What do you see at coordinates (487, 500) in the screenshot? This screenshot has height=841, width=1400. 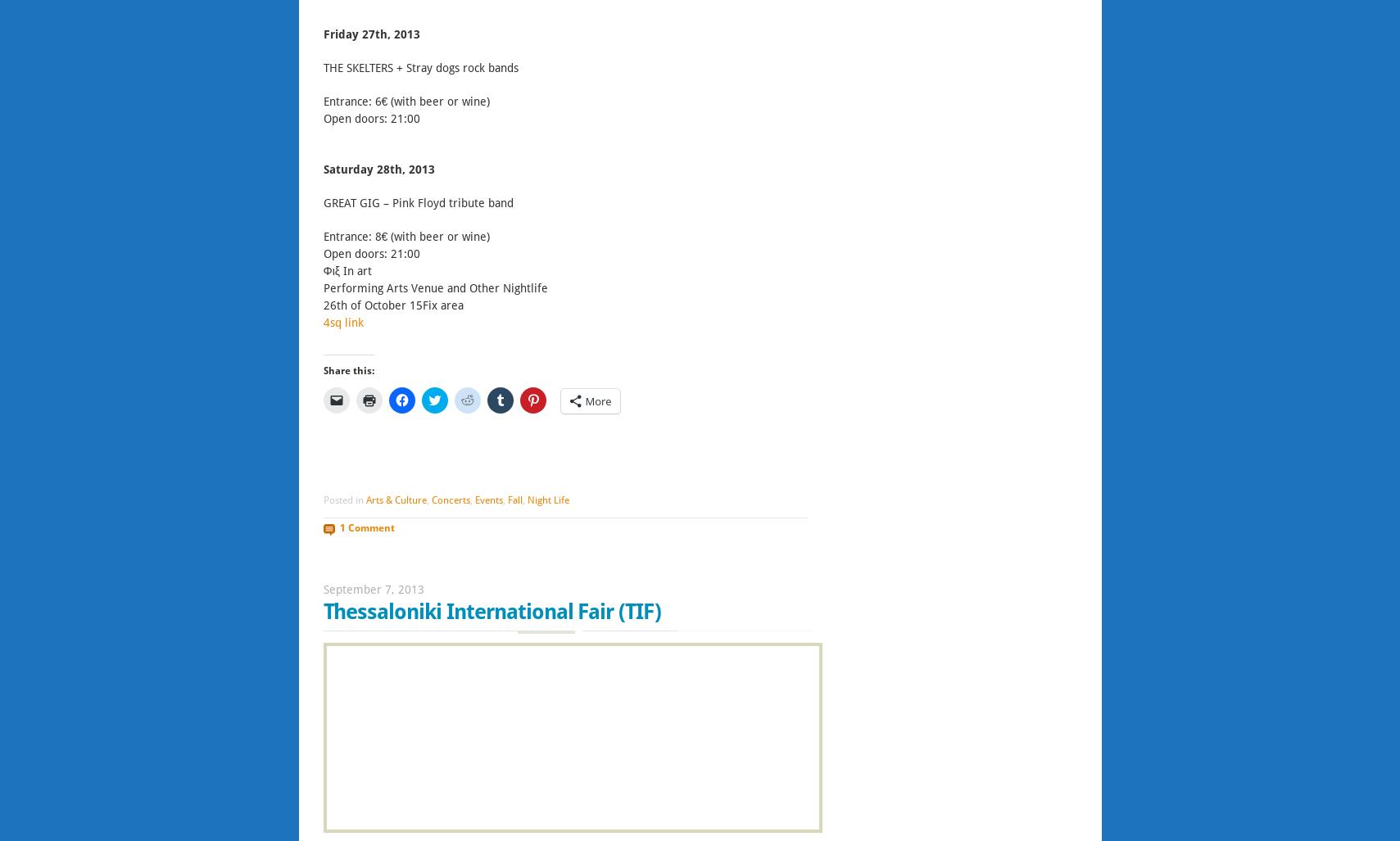 I see `'Events'` at bounding box center [487, 500].